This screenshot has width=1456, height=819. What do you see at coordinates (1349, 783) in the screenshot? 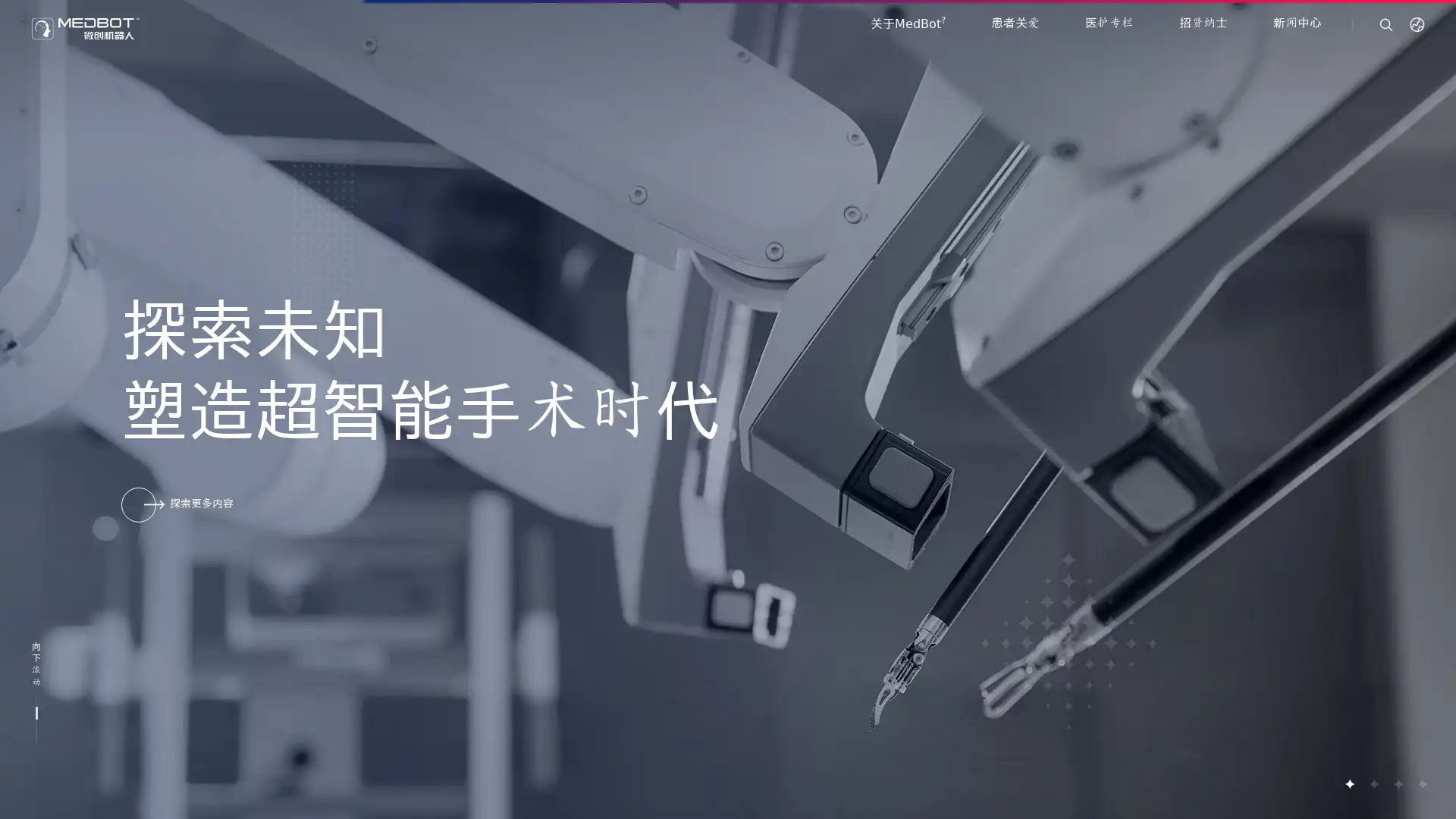
I see `Go to slide 1` at bounding box center [1349, 783].